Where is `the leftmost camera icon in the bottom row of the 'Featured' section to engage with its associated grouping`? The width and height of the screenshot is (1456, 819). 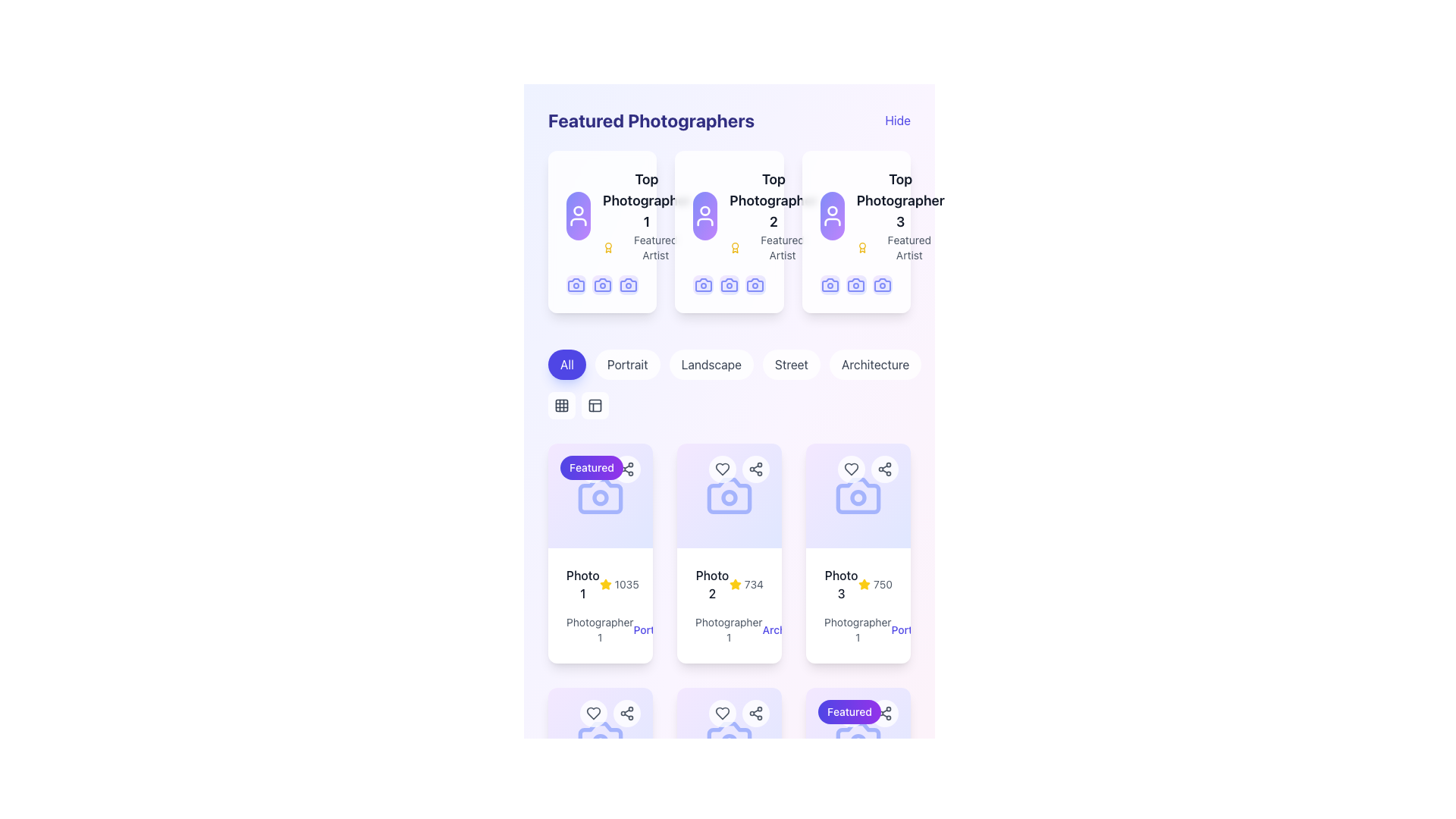 the leftmost camera icon in the bottom row of the 'Featured' section to engage with its associated grouping is located at coordinates (600, 496).